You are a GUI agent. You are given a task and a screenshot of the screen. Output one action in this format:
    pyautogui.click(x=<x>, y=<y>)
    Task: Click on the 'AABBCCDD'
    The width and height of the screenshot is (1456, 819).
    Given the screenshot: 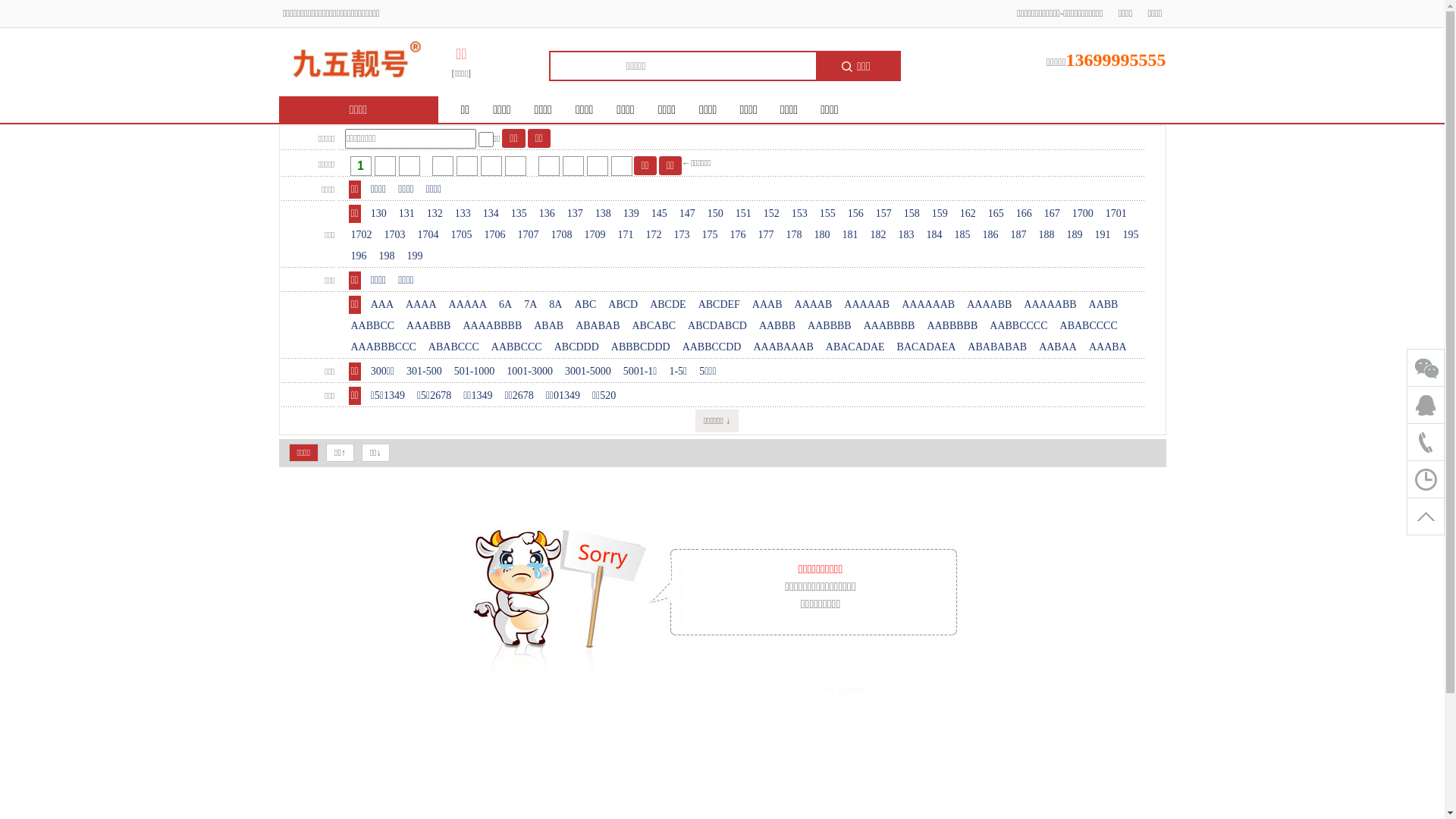 What is the action you would take?
    pyautogui.click(x=679, y=347)
    